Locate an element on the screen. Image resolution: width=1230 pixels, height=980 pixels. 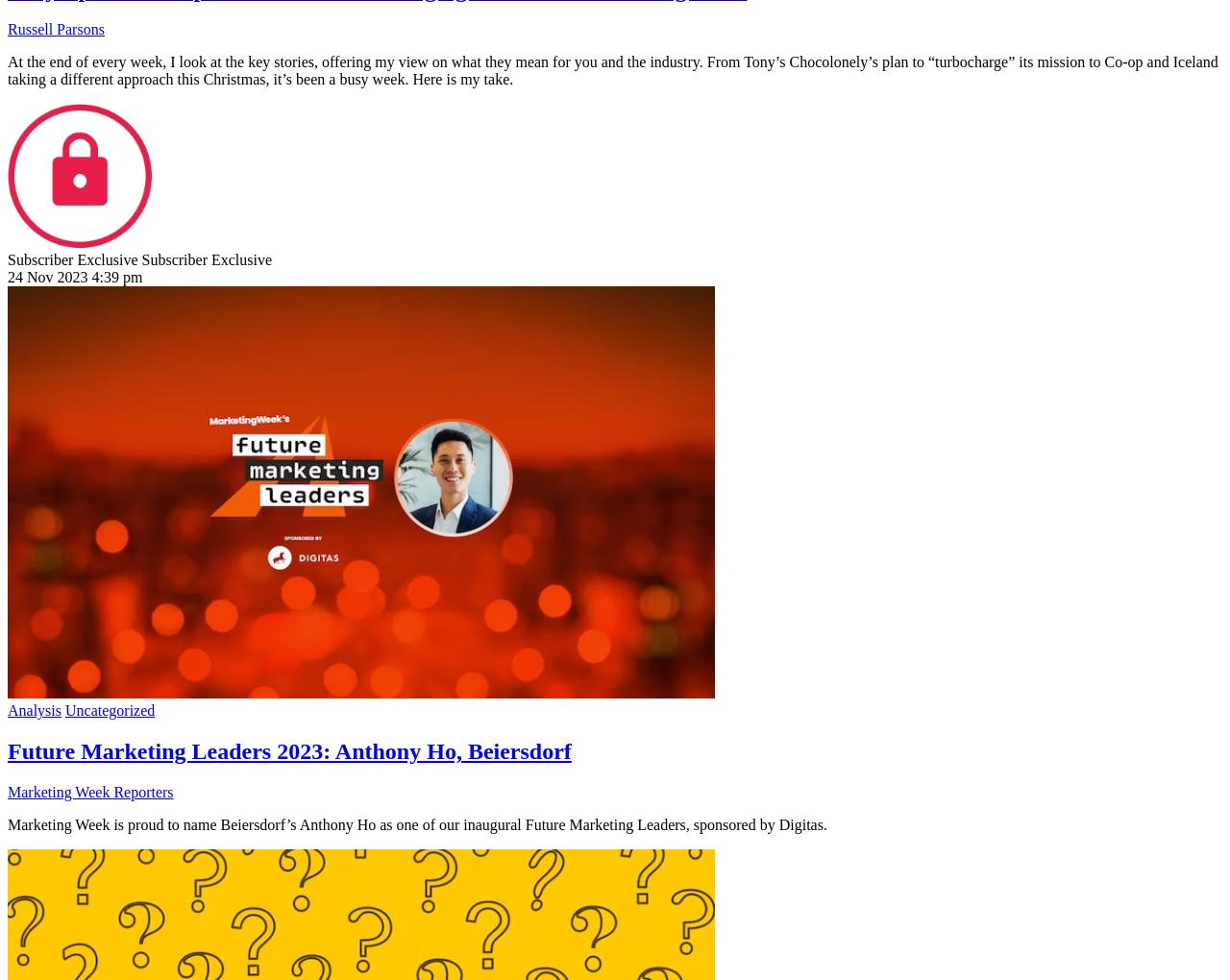
'Marketing Week is proud to name Beiersdorf’s Anthony Ho as one of our inaugural Future Marketing Leaders, sponsored by Digitas.' is located at coordinates (416, 823).